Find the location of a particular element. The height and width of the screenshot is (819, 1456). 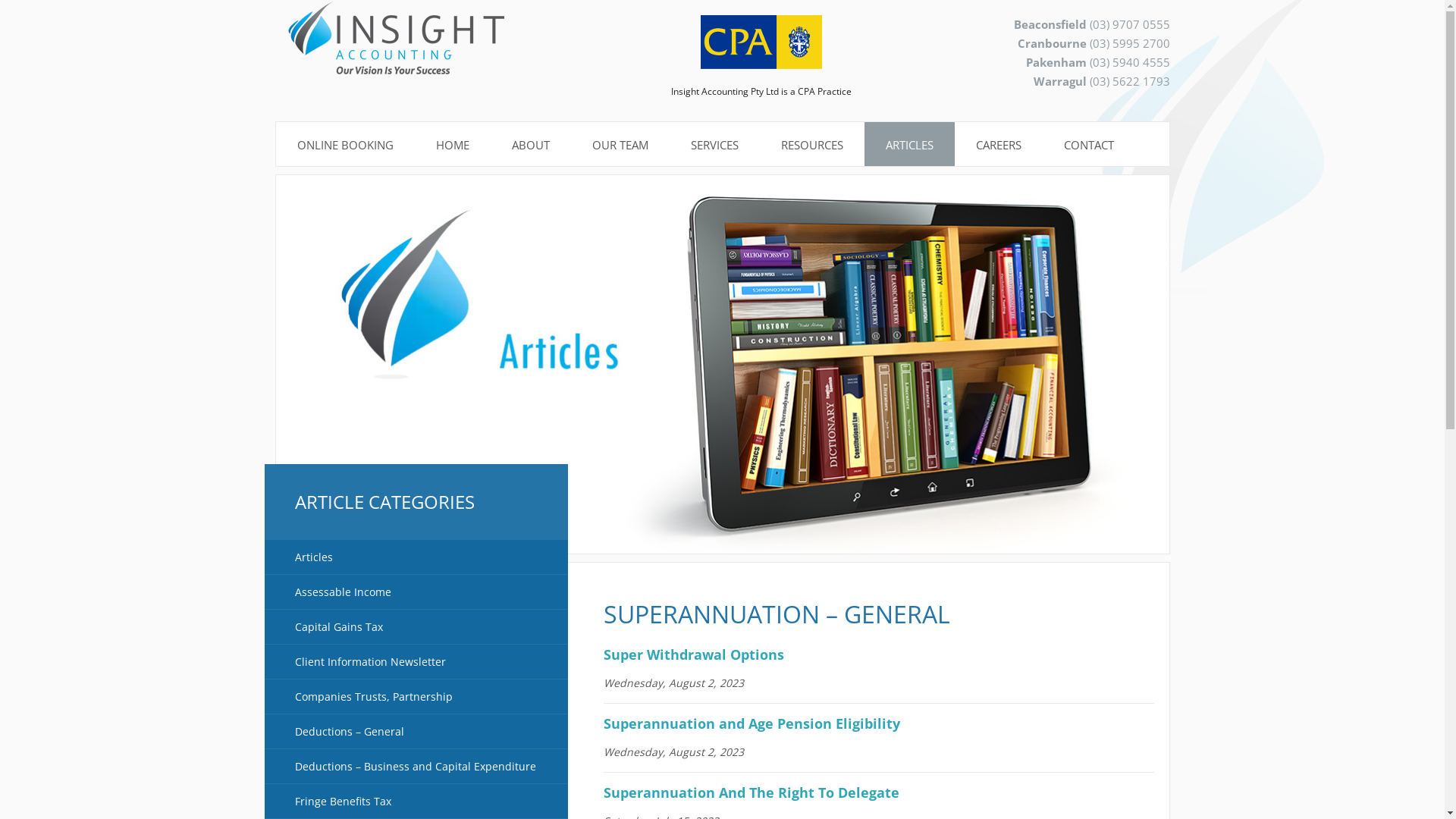

'Superannuation and Age Pension Eligibility  ' is located at coordinates (755, 722).